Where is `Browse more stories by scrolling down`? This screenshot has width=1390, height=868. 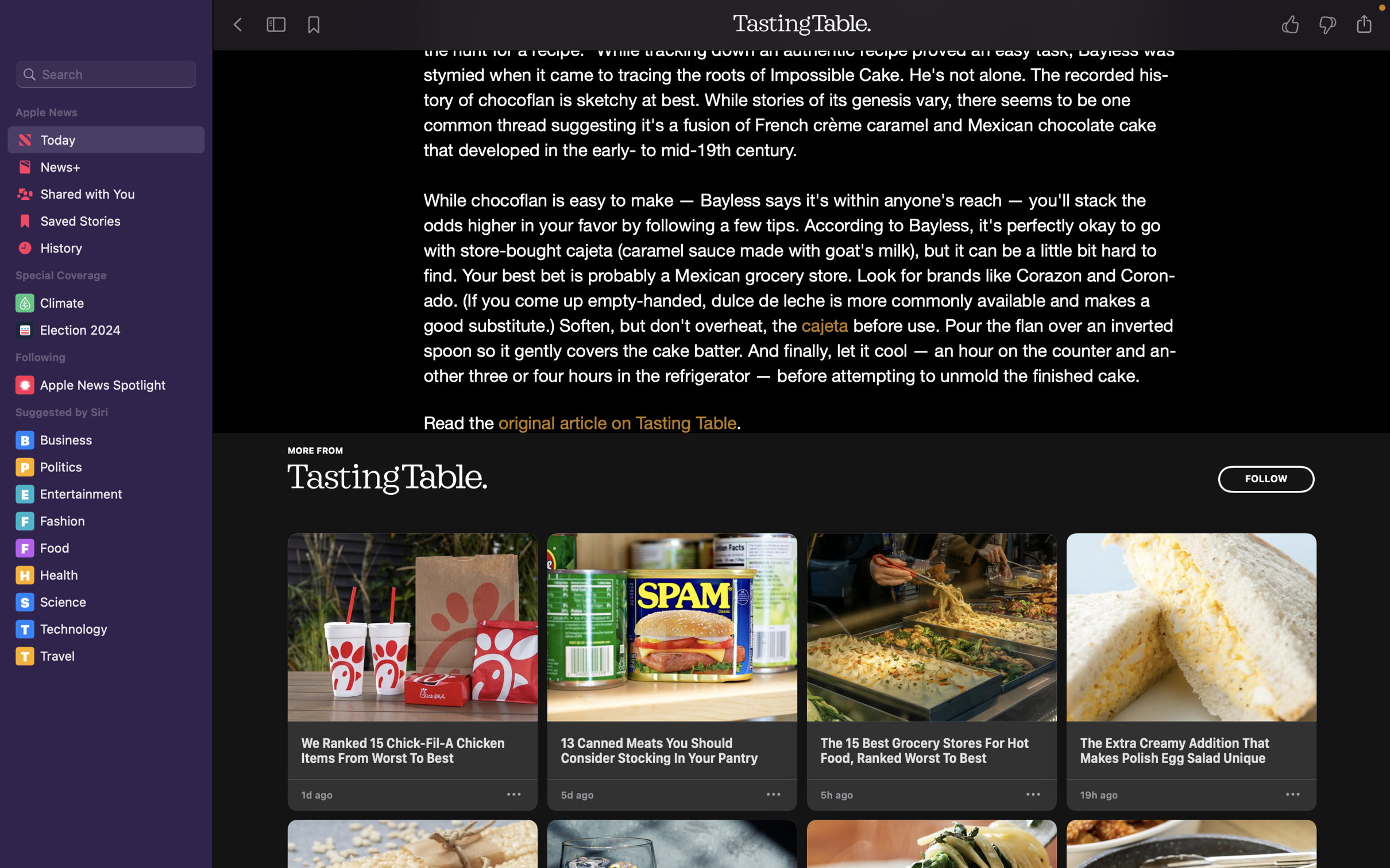
Browse more stories by scrolling down is located at coordinates (2307400, 828506).